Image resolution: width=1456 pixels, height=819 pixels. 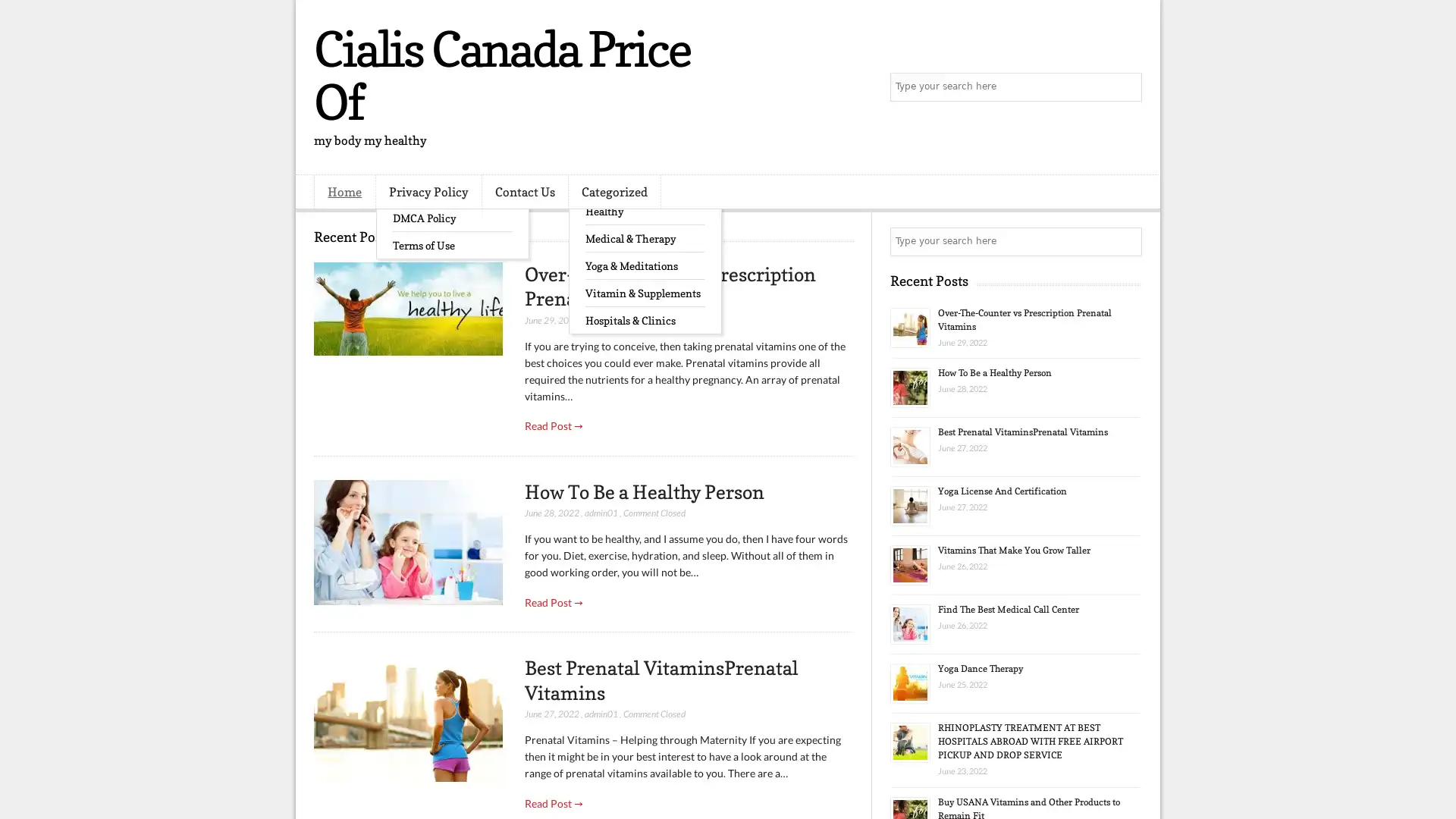 What do you see at coordinates (1126, 87) in the screenshot?
I see `Search` at bounding box center [1126, 87].